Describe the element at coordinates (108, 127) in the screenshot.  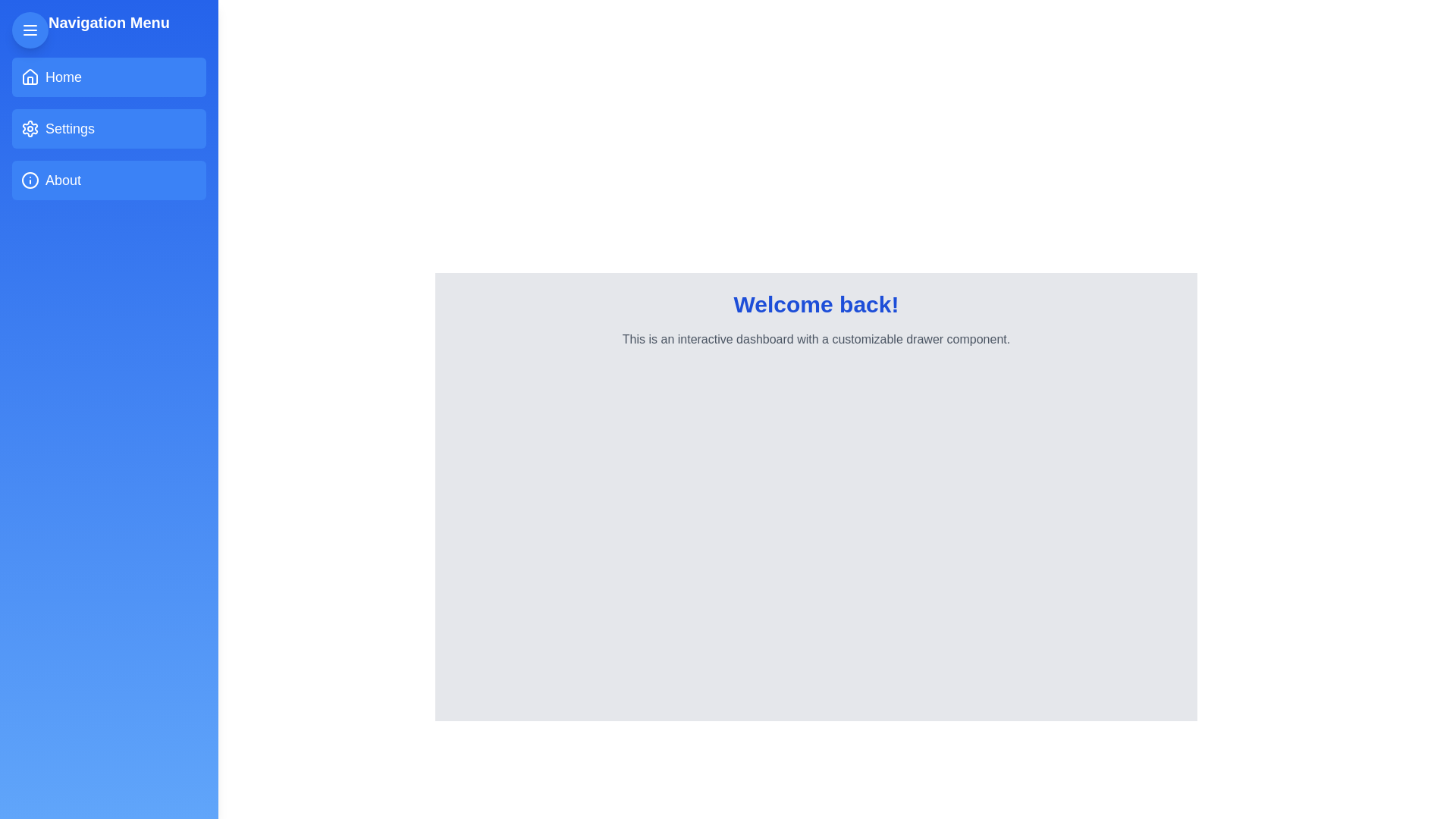
I see `the Settings item from the navigation menu` at that location.